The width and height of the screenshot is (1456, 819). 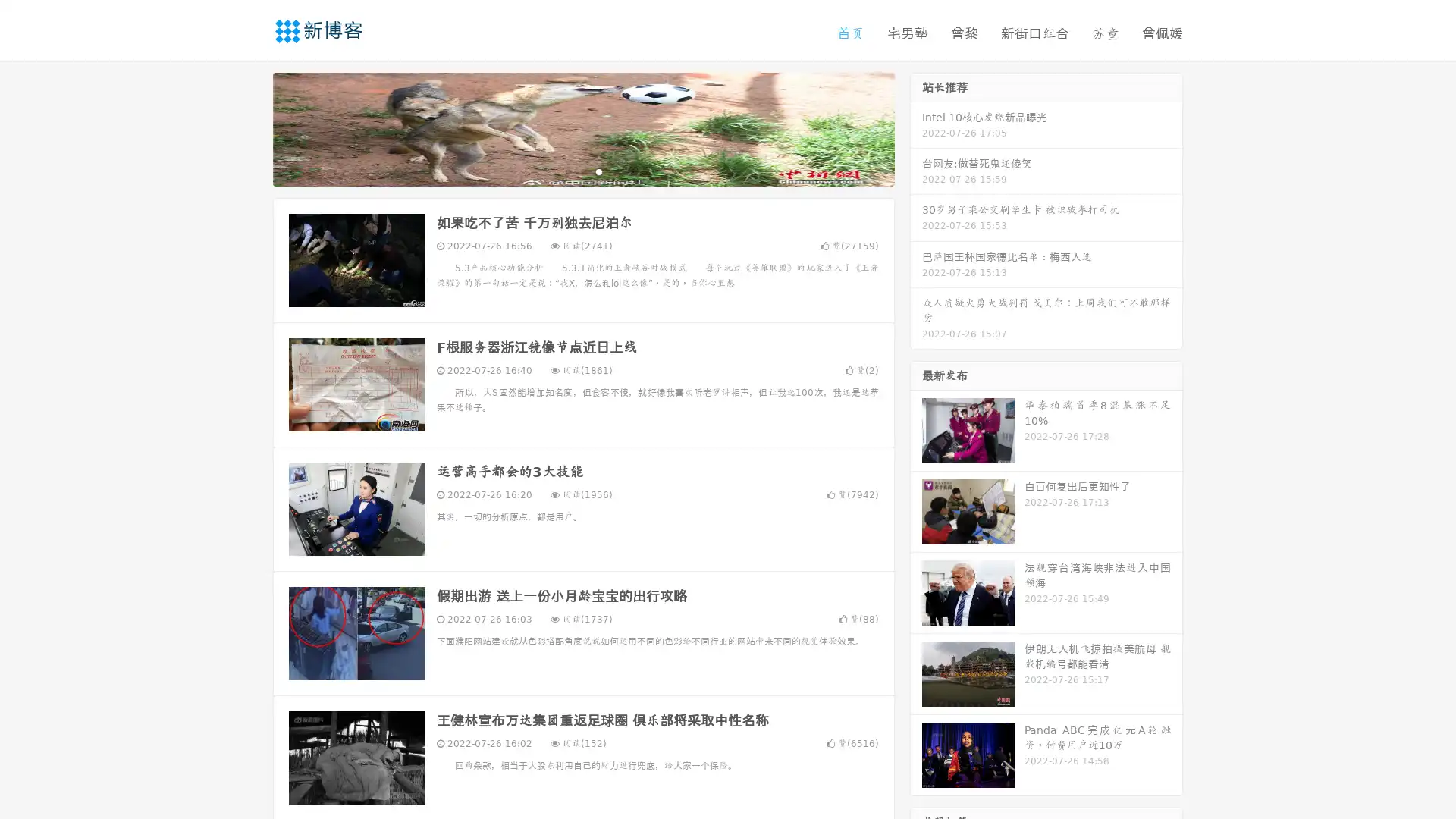 I want to click on Go to slide 1, so click(x=567, y=171).